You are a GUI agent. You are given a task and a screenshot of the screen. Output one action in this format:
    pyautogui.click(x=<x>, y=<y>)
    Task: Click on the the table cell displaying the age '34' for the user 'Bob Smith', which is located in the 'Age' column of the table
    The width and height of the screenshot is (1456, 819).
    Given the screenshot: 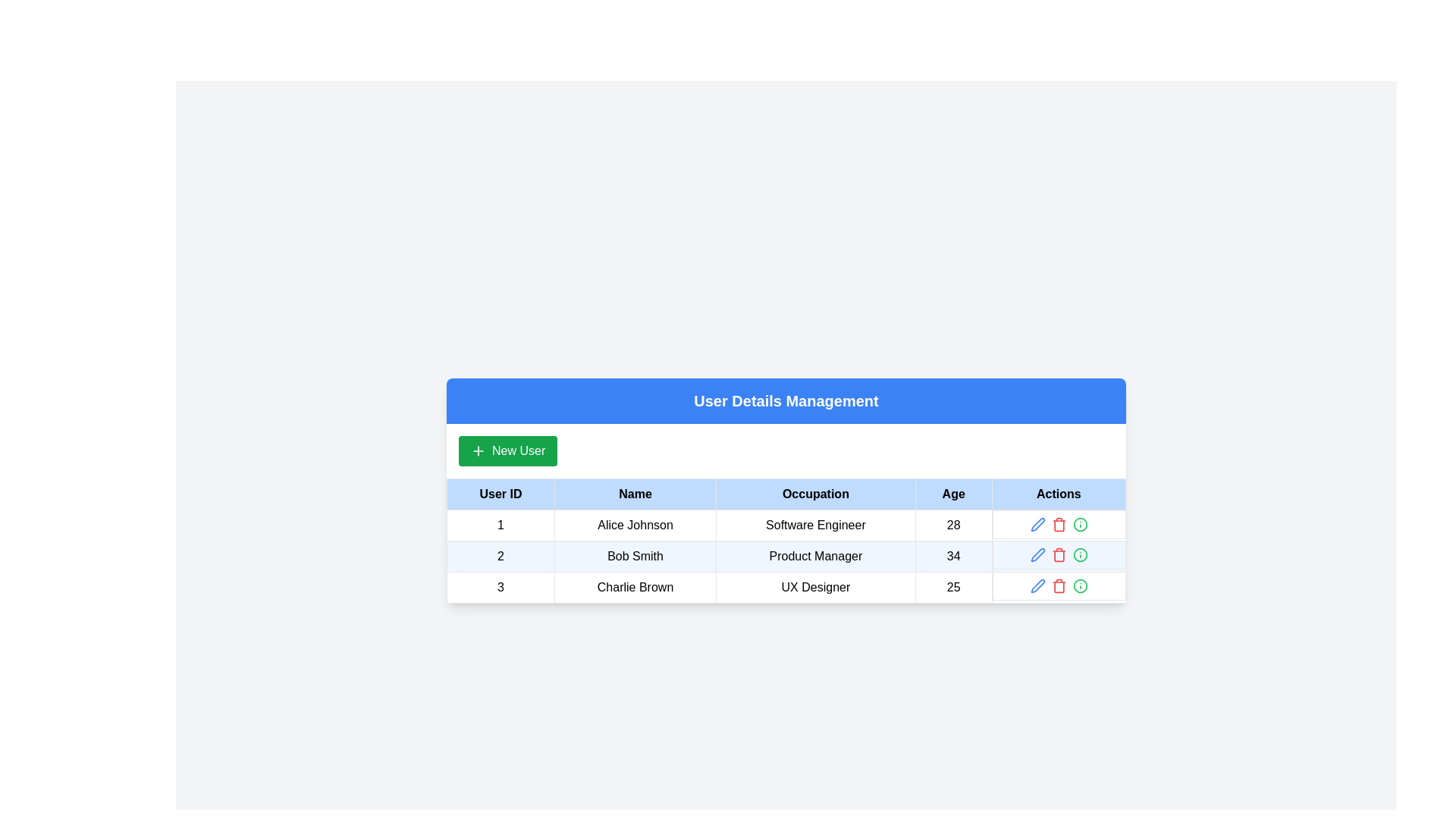 What is the action you would take?
    pyautogui.click(x=952, y=556)
    